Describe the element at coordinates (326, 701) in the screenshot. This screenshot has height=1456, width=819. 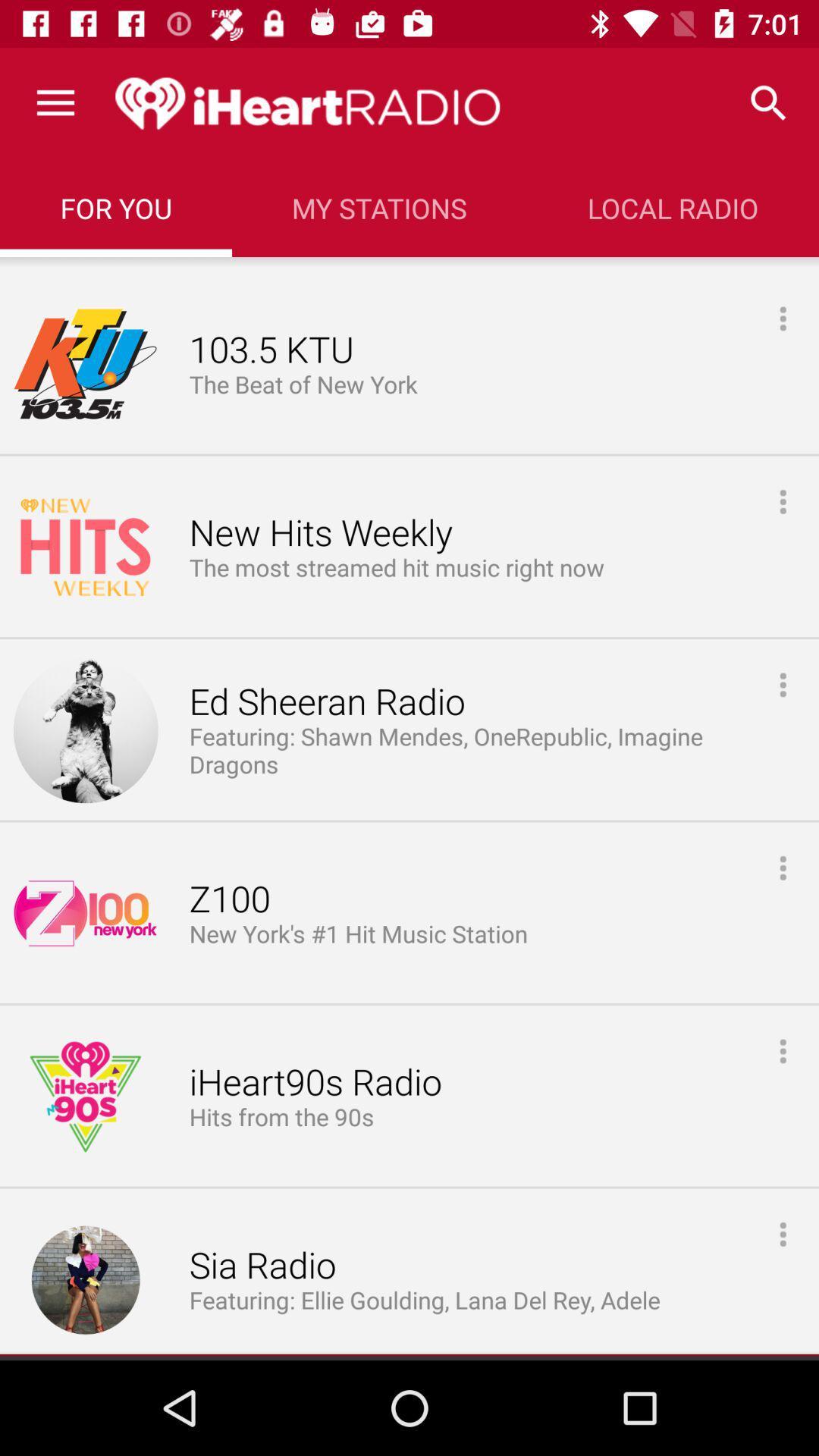
I see `icon above featuring shawn mendes icon` at that location.